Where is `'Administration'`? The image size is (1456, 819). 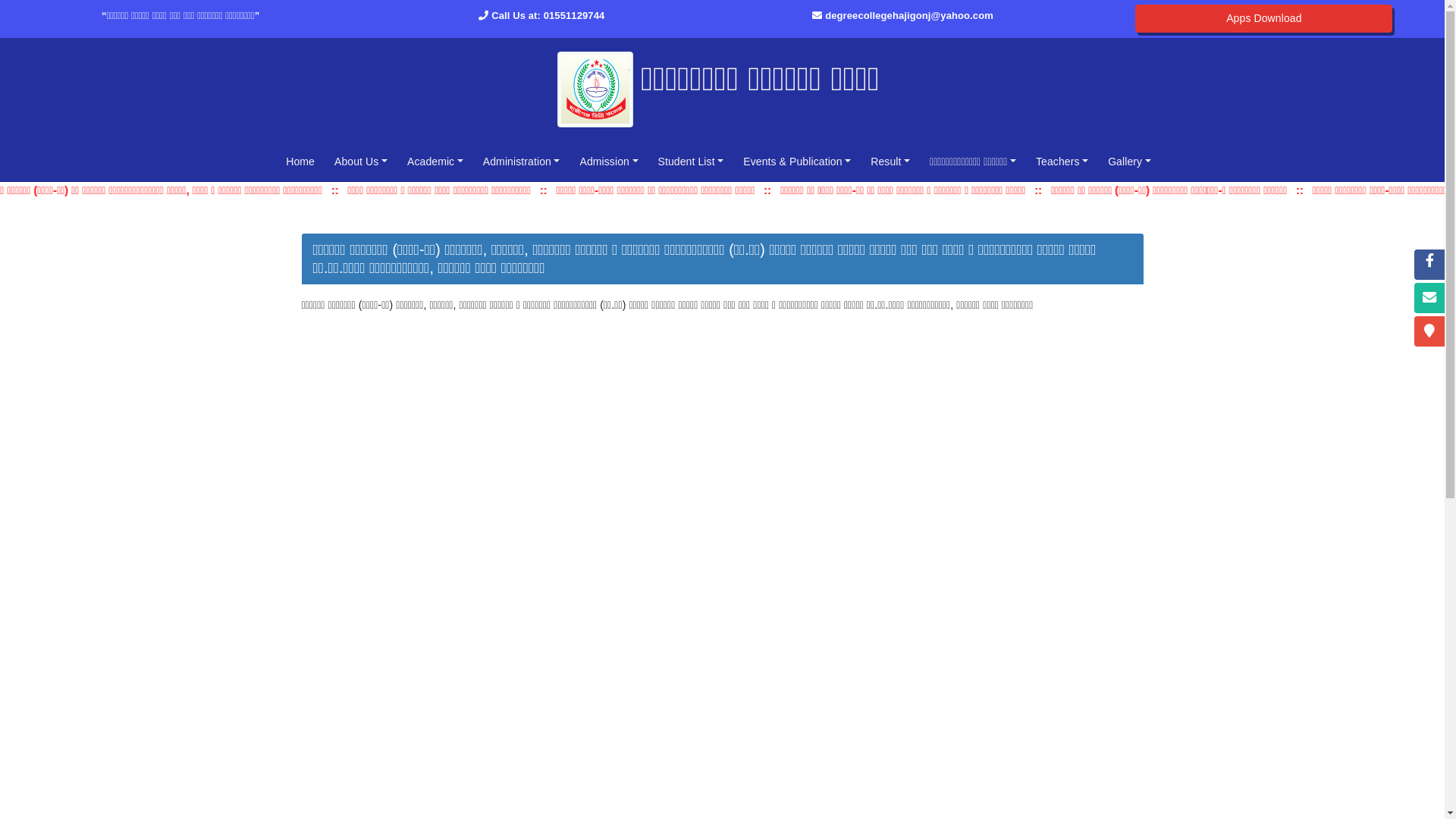
'Administration' is located at coordinates (475, 161).